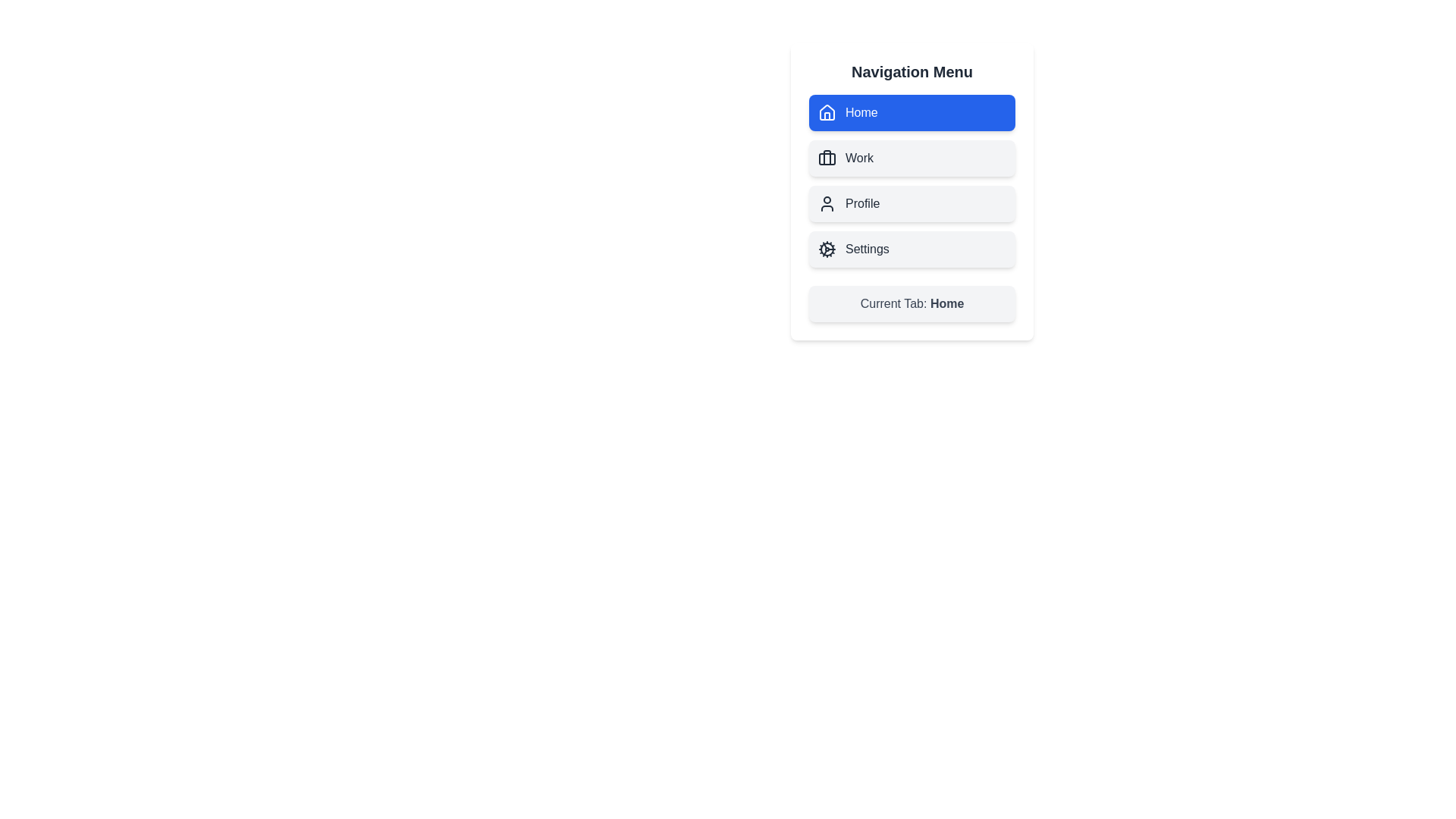  What do you see at coordinates (912, 158) in the screenshot?
I see `the Work tab to activate it` at bounding box center [912, 158].